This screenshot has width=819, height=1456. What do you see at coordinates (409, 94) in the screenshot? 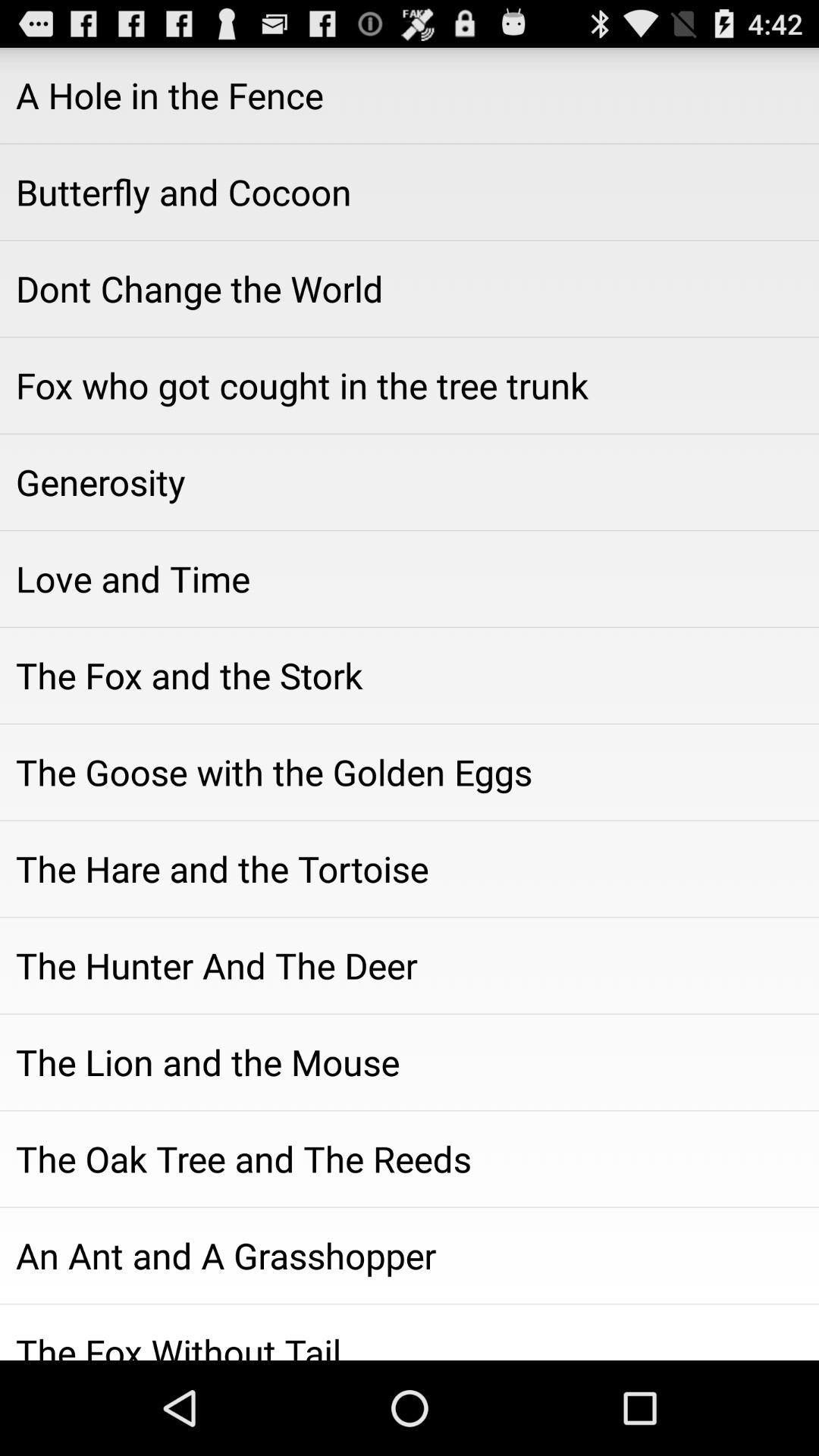
I see `the a hole in app` at bounding box center [409, 94].